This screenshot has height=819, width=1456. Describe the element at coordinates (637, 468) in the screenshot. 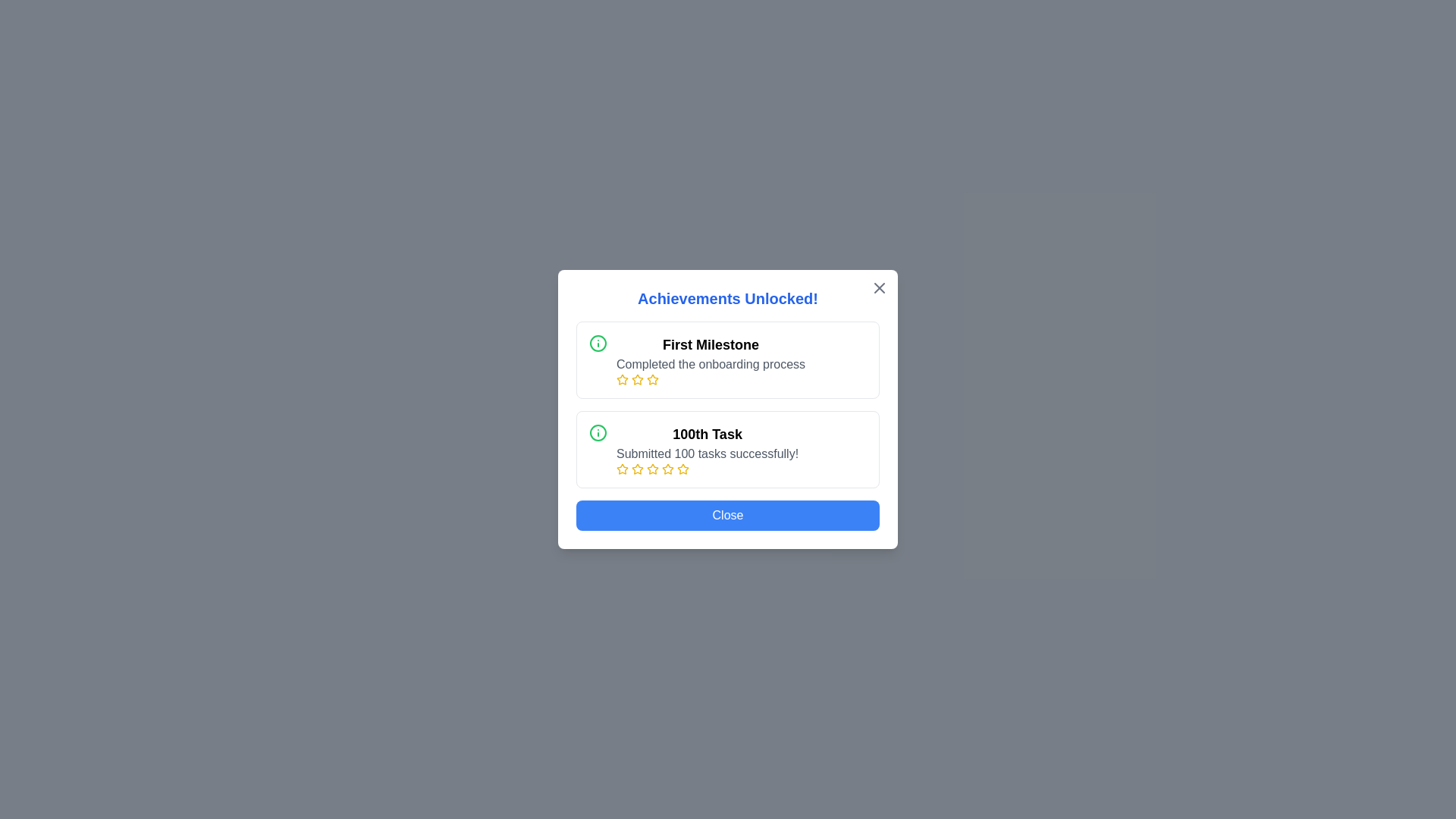

I see `the third star icon in the horizontal row of five stars located under the '100th Task' achievement description in the modal-style achievement popup` at that location.